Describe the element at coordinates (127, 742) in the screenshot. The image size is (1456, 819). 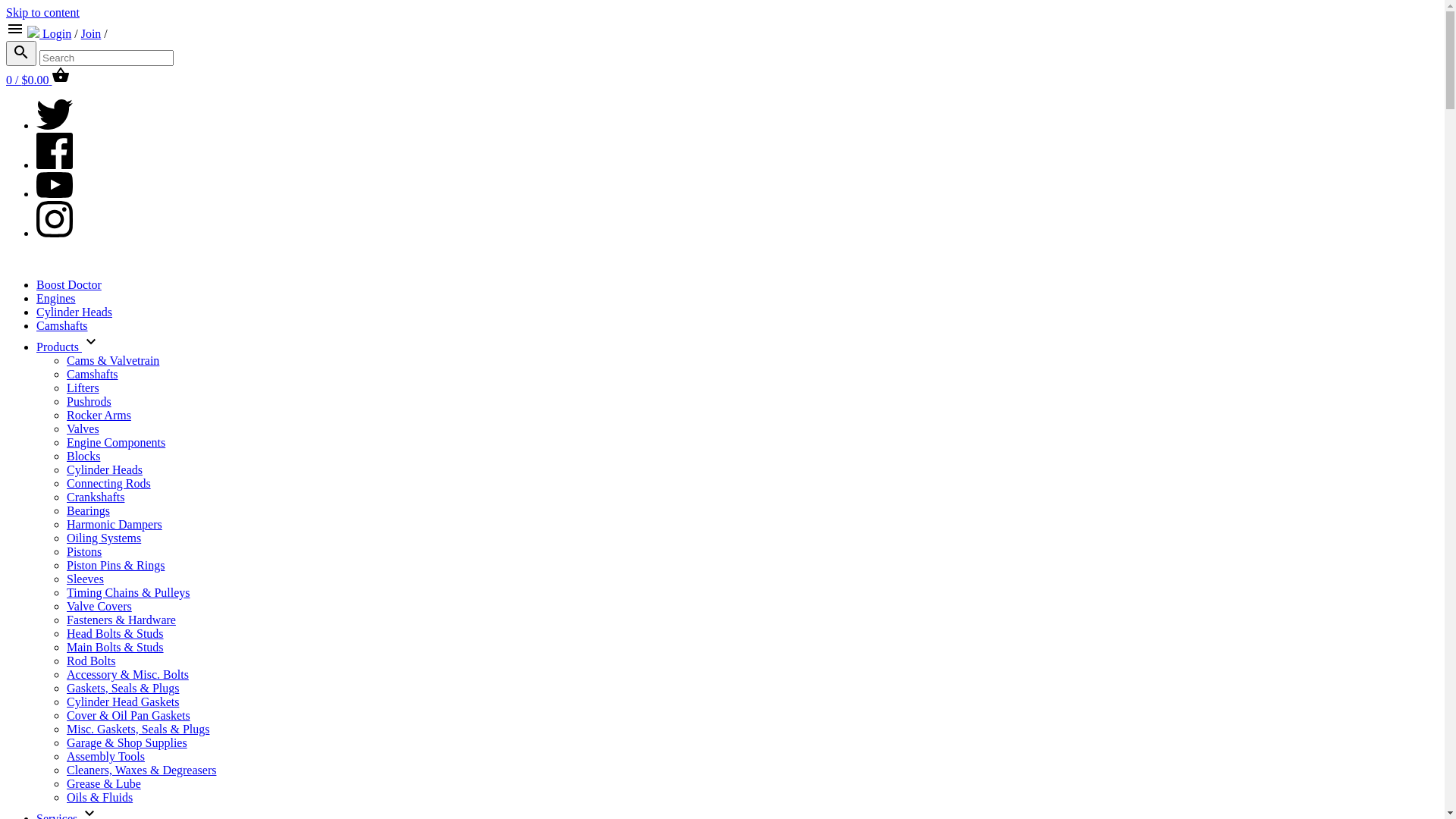
I see `'Garage & Shop Supplies'` at that location.